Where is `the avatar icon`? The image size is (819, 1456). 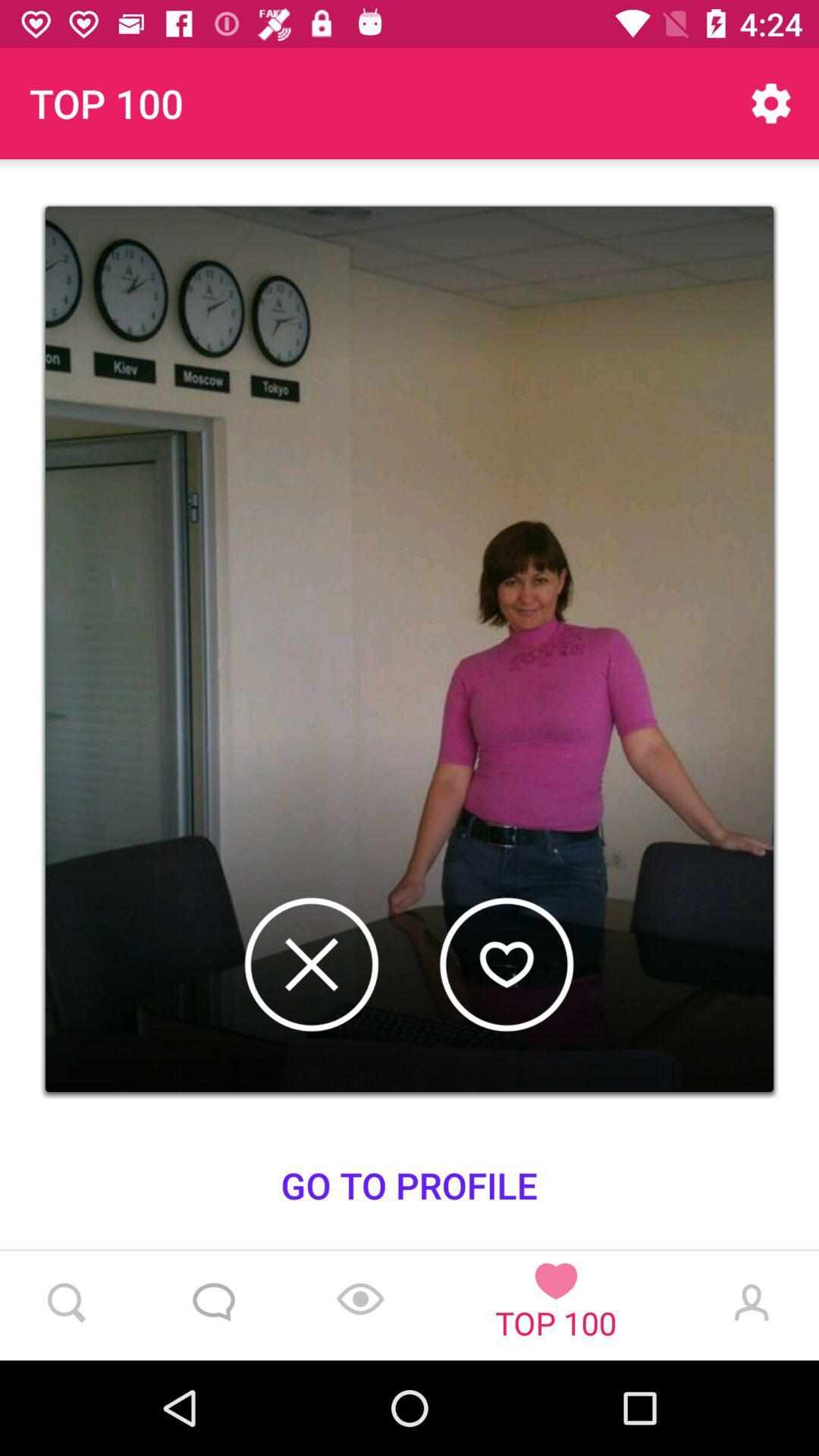
the avatar icon is located at coordinates (748, 1305).